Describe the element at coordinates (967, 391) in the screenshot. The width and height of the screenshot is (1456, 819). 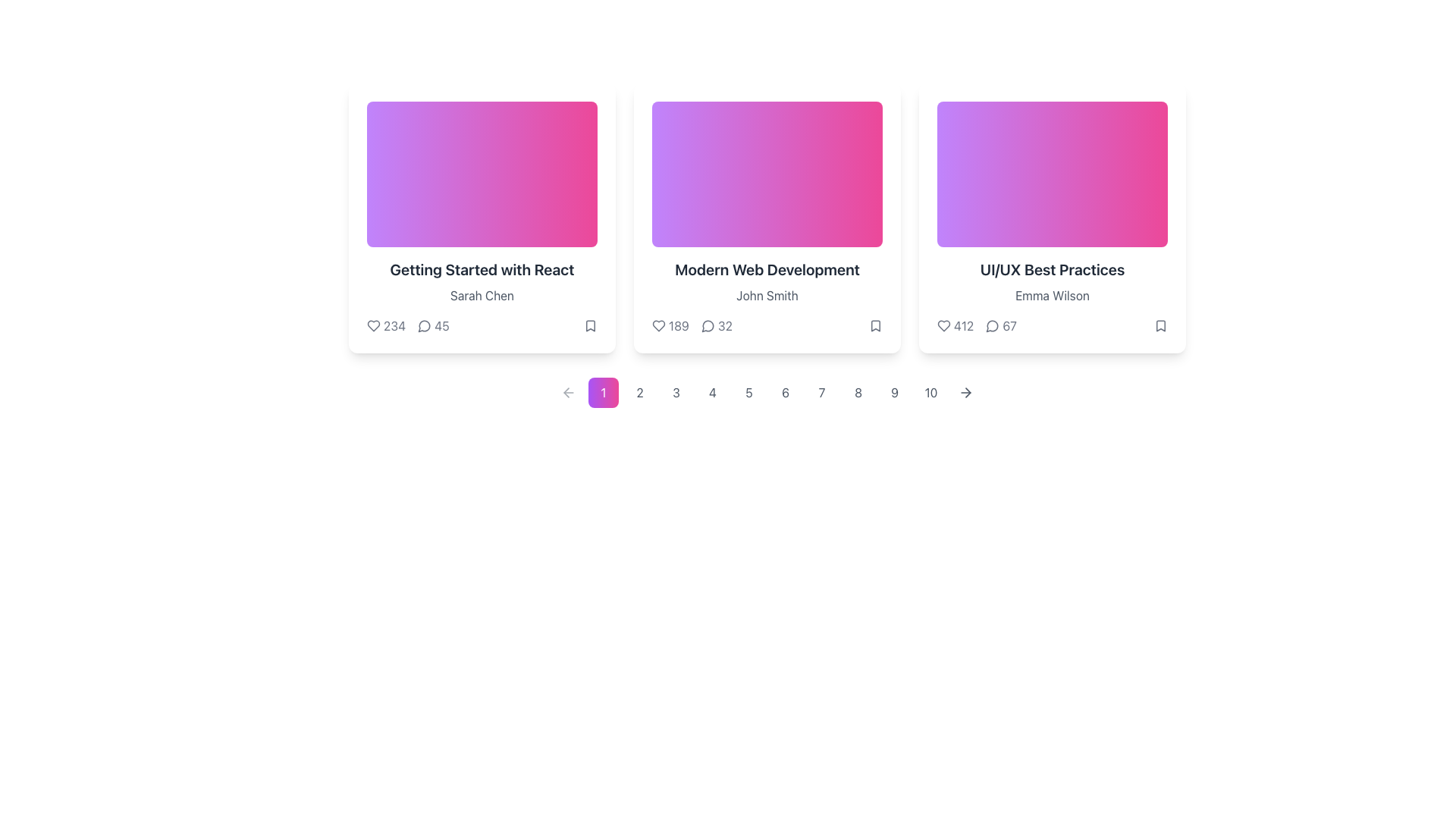
I see `the forward navigation arrow located to the right of the '10' pagination button in the footer section` at that location.